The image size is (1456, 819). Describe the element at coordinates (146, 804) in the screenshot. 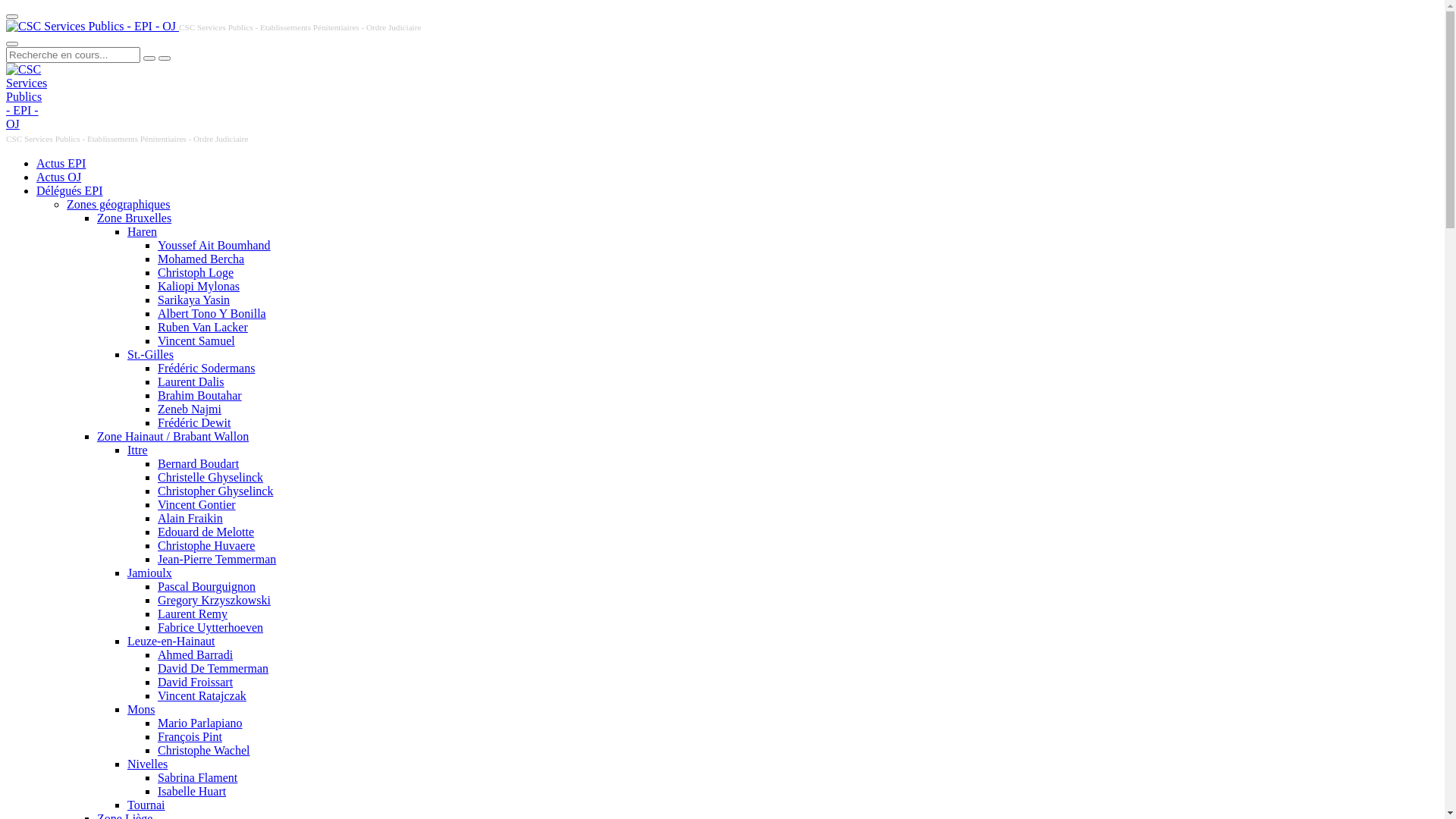

I see `'Tournai'` at that location.